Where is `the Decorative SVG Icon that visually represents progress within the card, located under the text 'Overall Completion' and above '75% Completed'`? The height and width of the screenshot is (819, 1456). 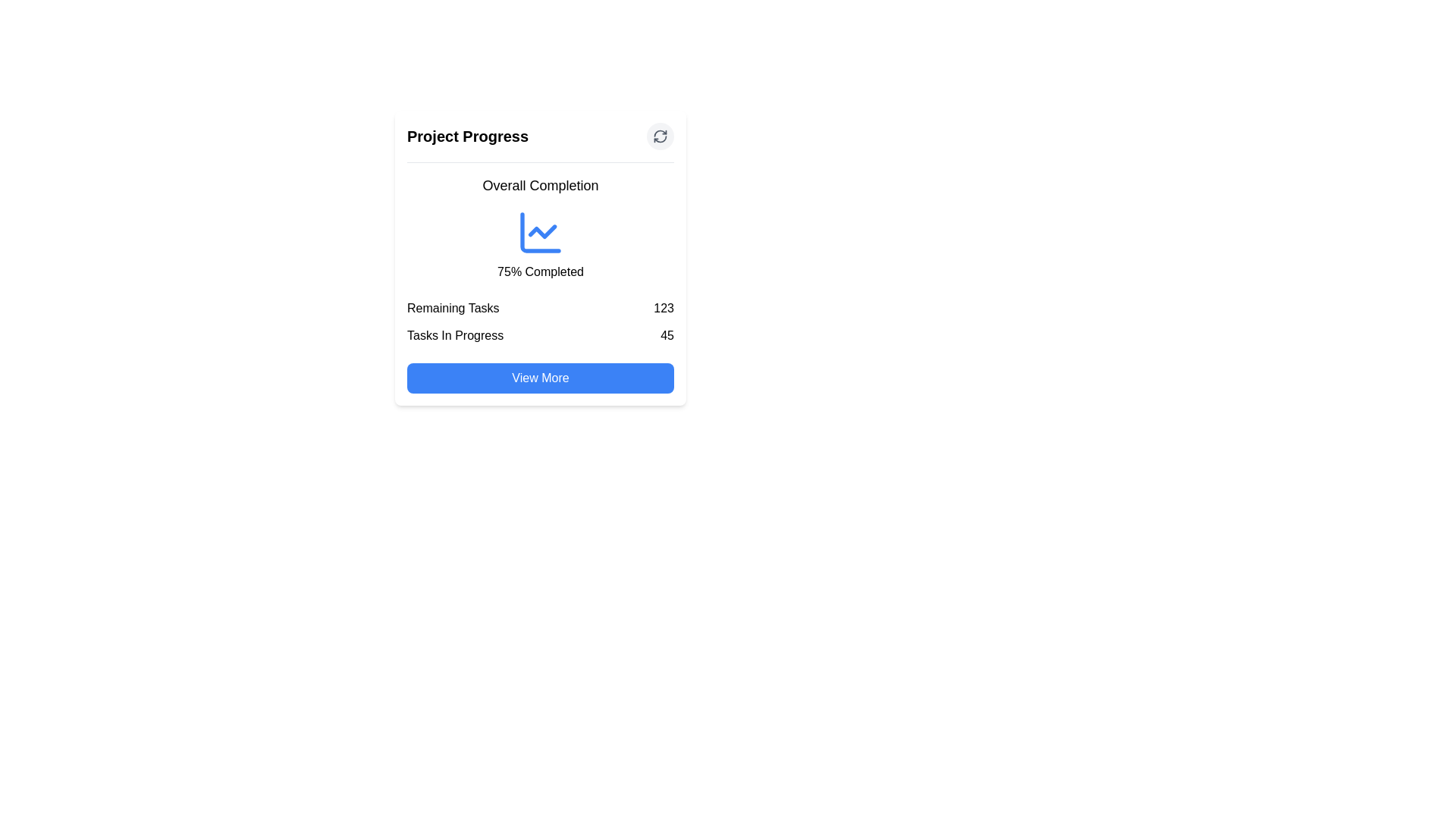 the Decorative SVG Icon that visually represents progress within the card, located under the text 'Overall Completion' and above '75% Completed' is located at coordinates (541, 233).